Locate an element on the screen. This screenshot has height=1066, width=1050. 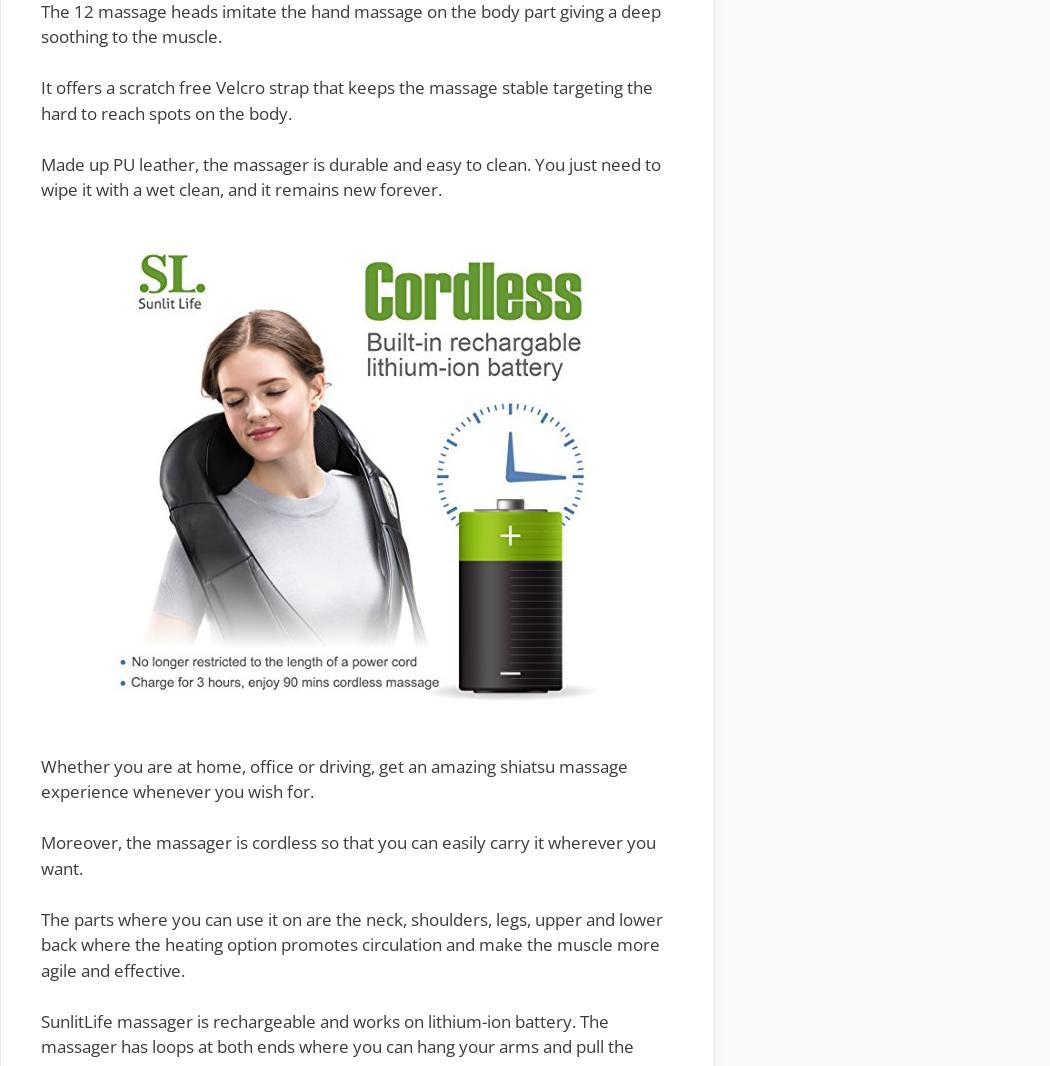
'that keeps the massage stable targeting the hard to reach spots on the body.' is located at coordinates (346, 98).